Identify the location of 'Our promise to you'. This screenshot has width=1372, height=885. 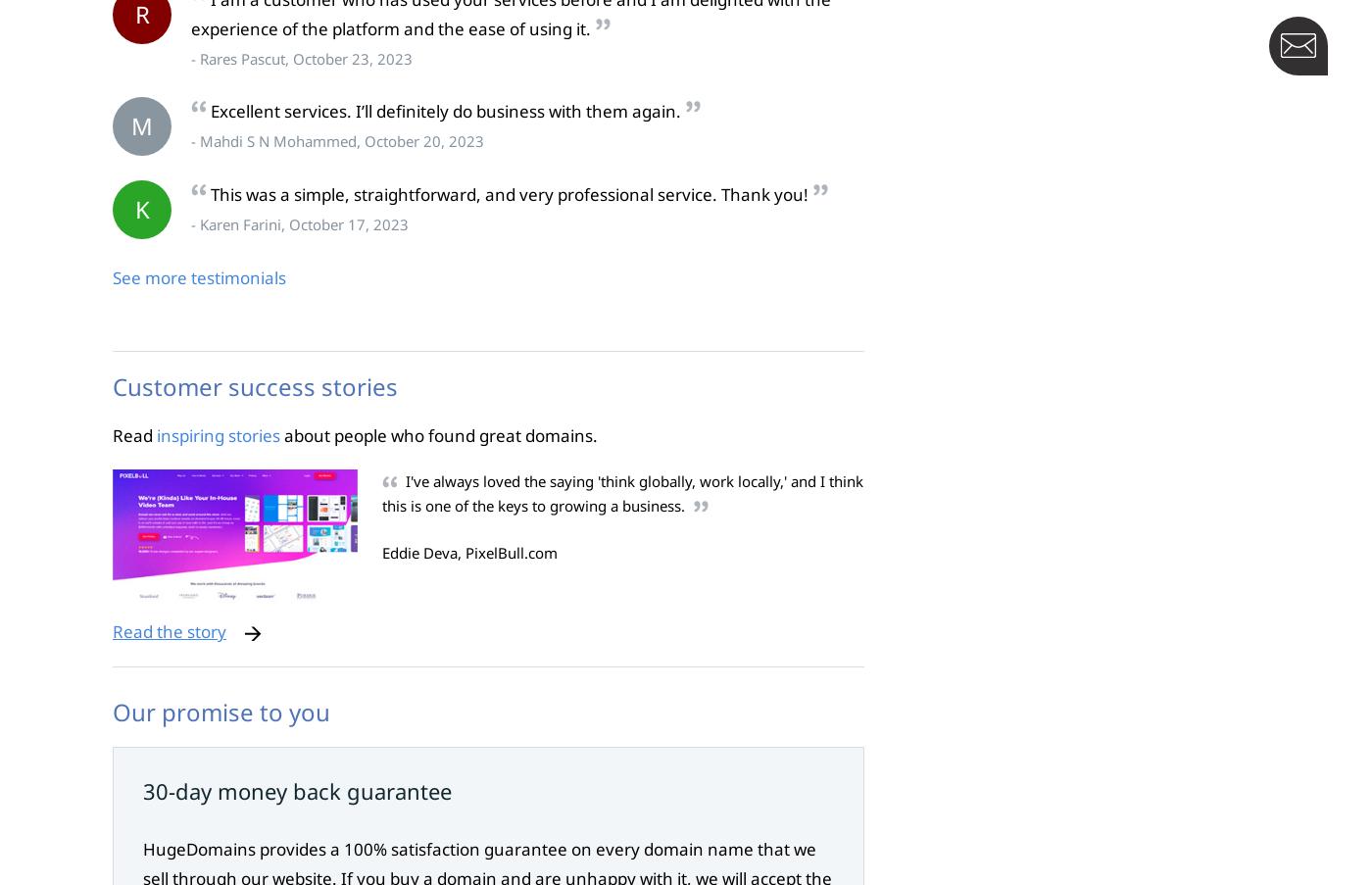
(220, 712).